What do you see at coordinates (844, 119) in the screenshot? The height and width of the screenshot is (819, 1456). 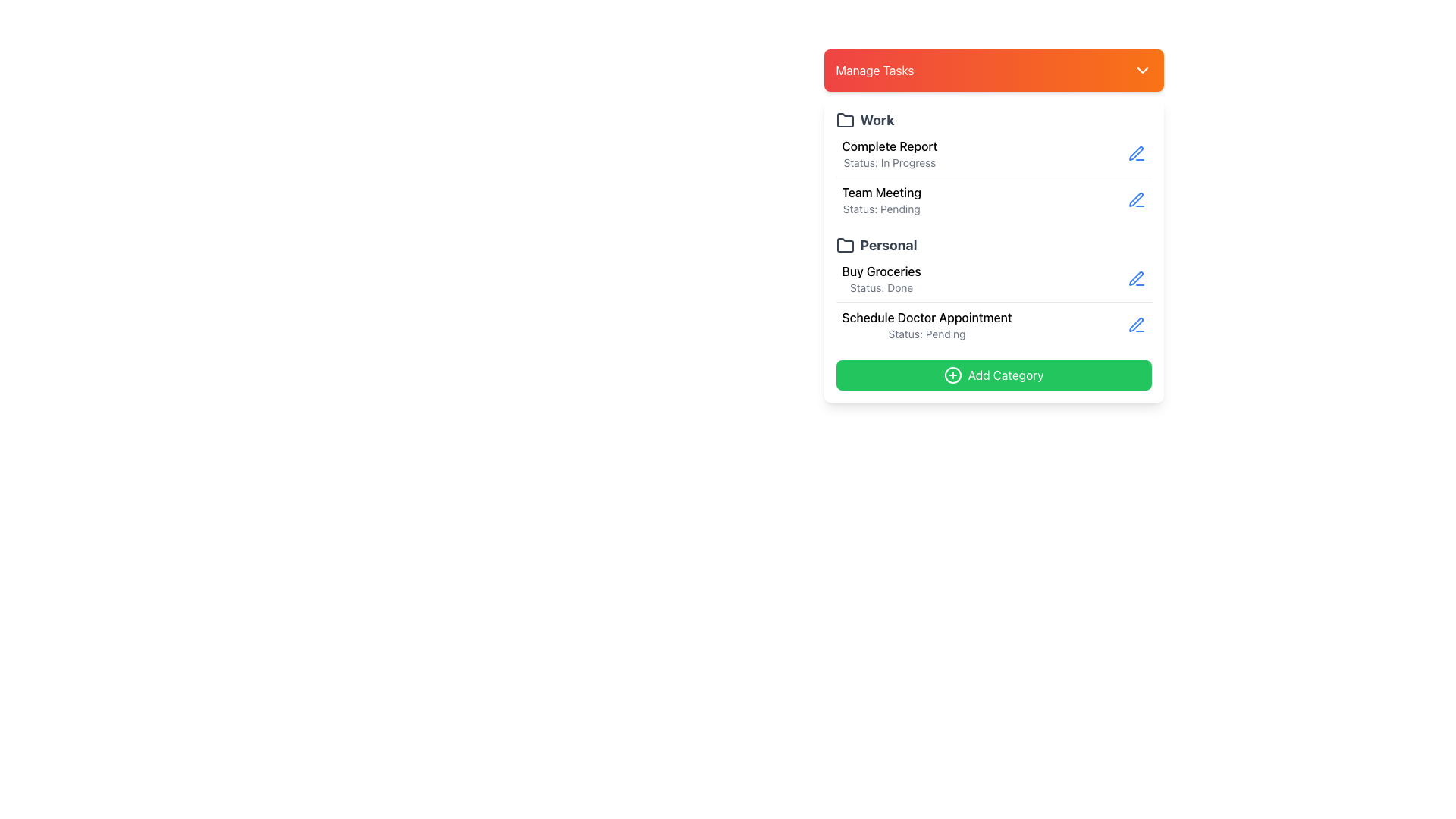 I see `the folder icon located to the left of the 'Work' text in the tasks section` at bounding box center [844, 119].